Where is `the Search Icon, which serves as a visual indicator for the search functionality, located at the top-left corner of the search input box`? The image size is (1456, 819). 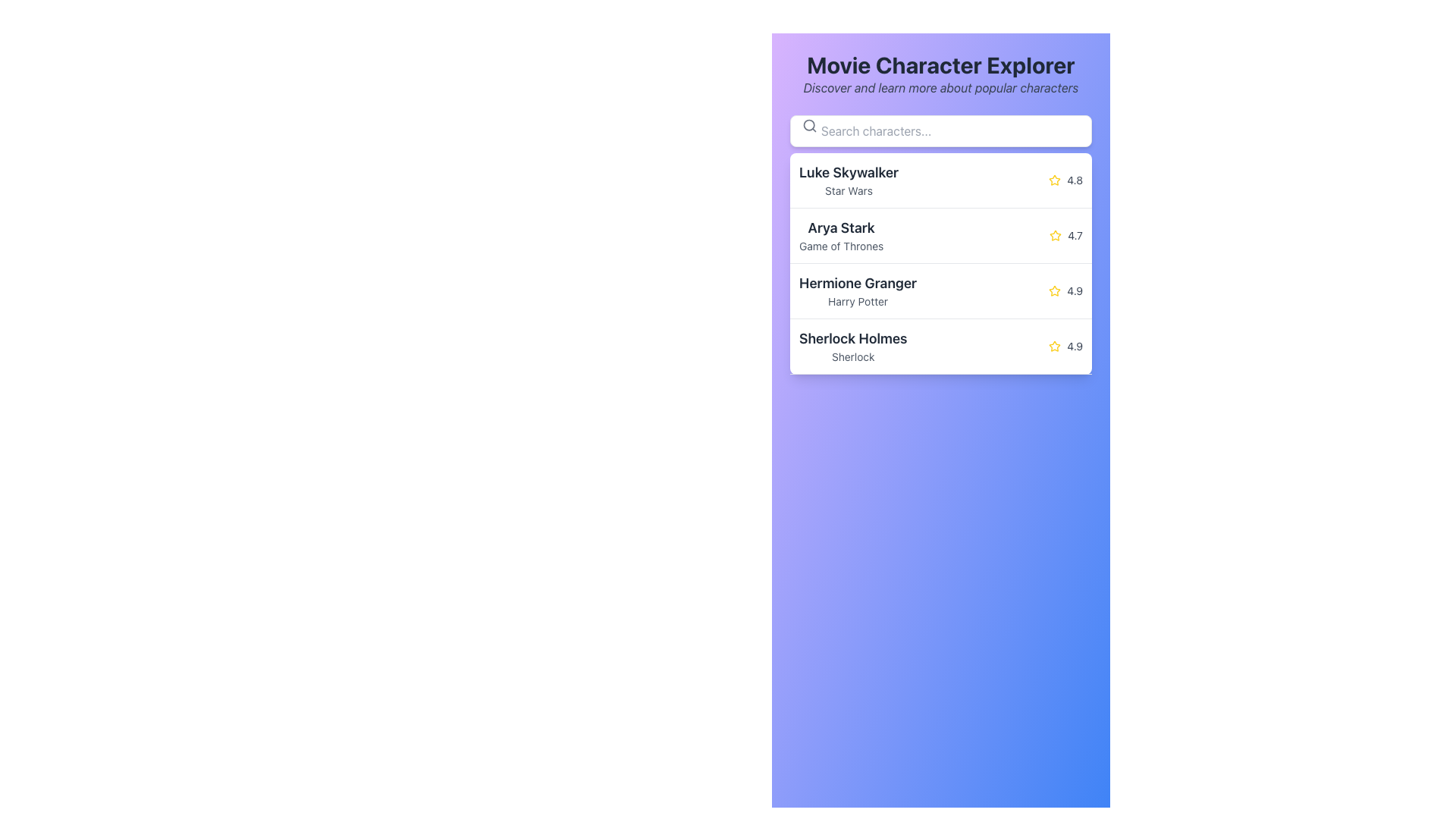
the Search Icon, which serves as a visual indicator for the search functionality, located at the top-left corner of the search input box is located at coordinates (809, 124).